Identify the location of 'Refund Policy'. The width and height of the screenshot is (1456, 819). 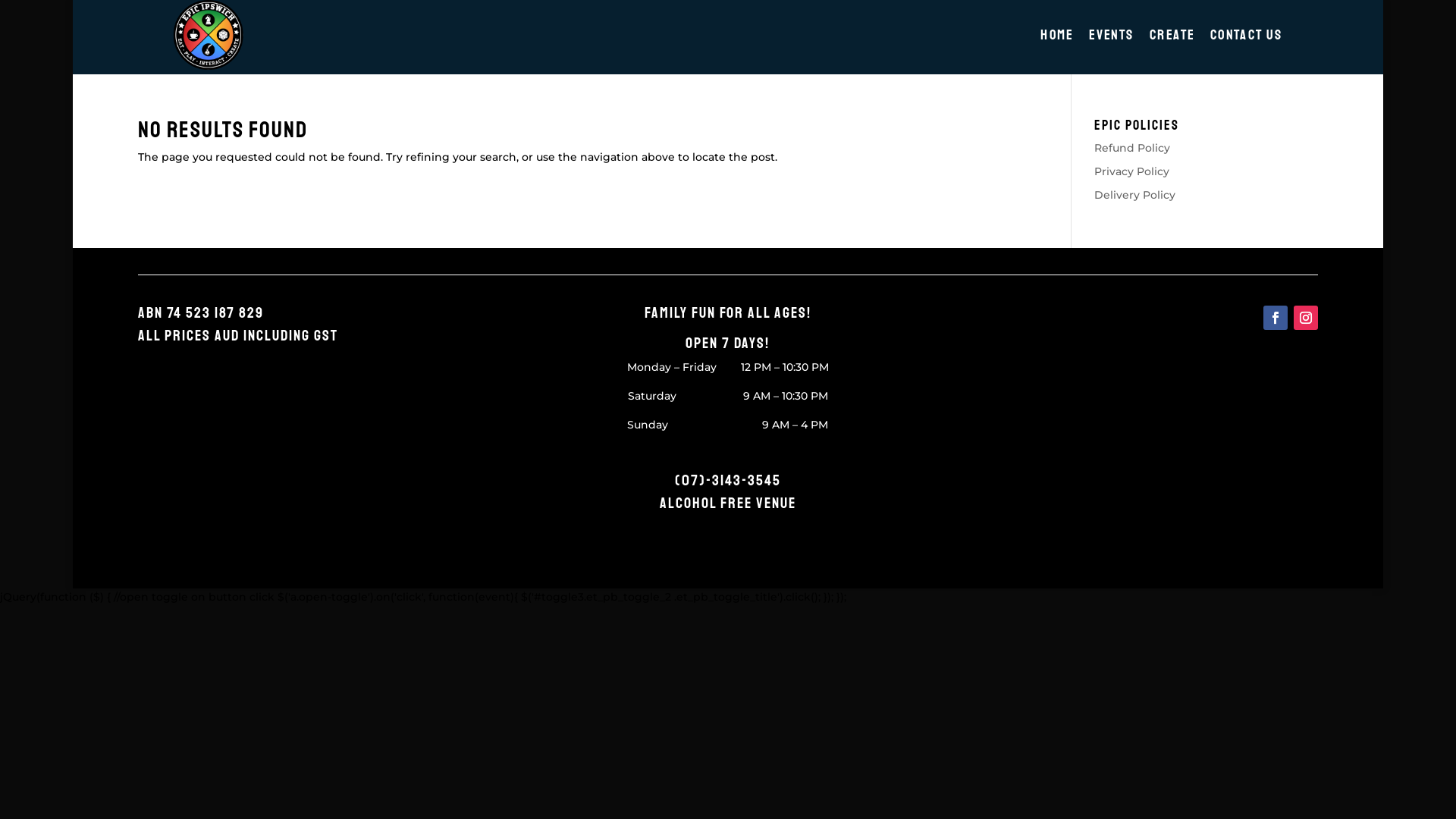
(1094, 148).